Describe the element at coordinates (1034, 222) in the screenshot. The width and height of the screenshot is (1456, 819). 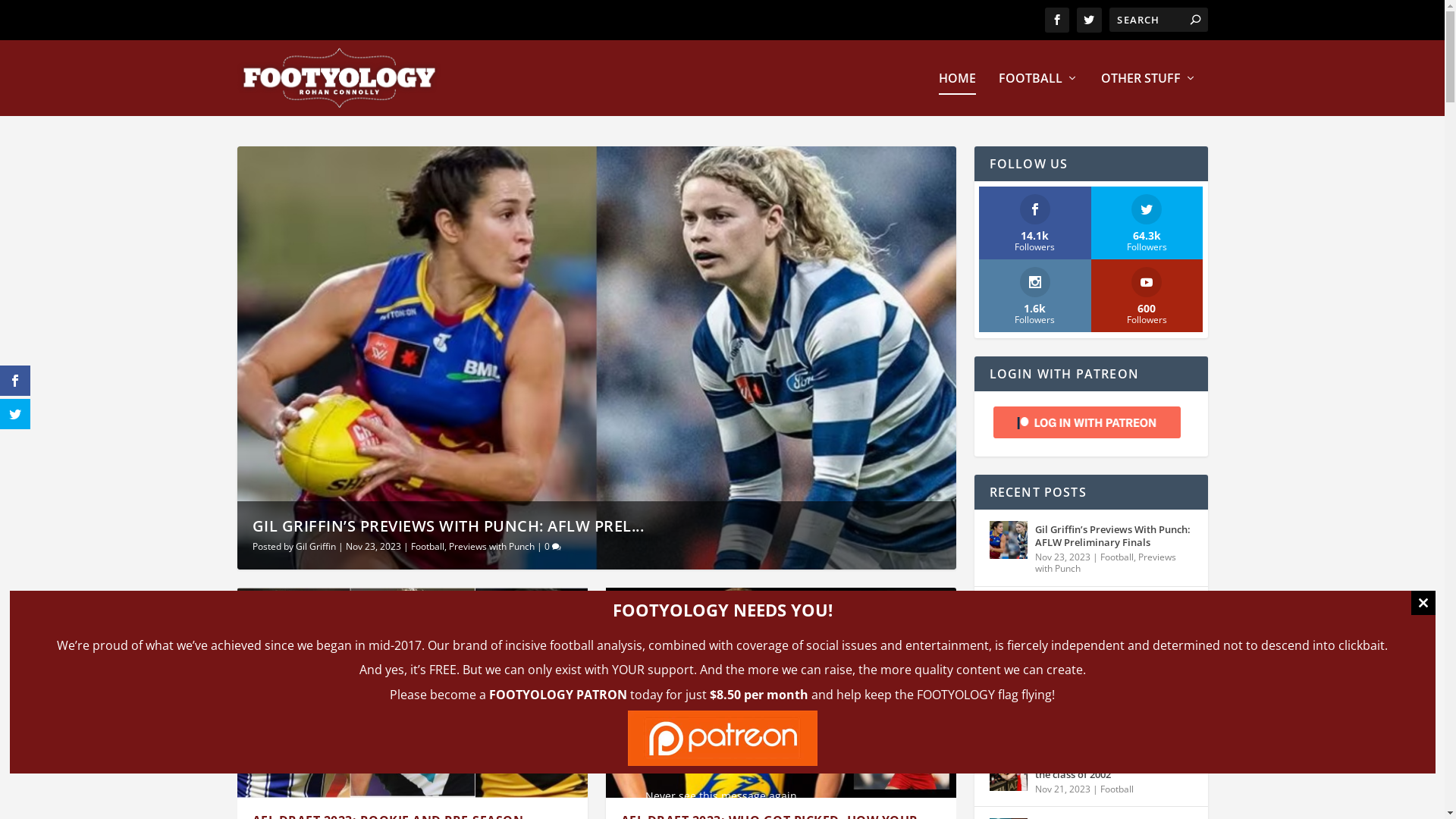
I see `'14.1k` at that location.